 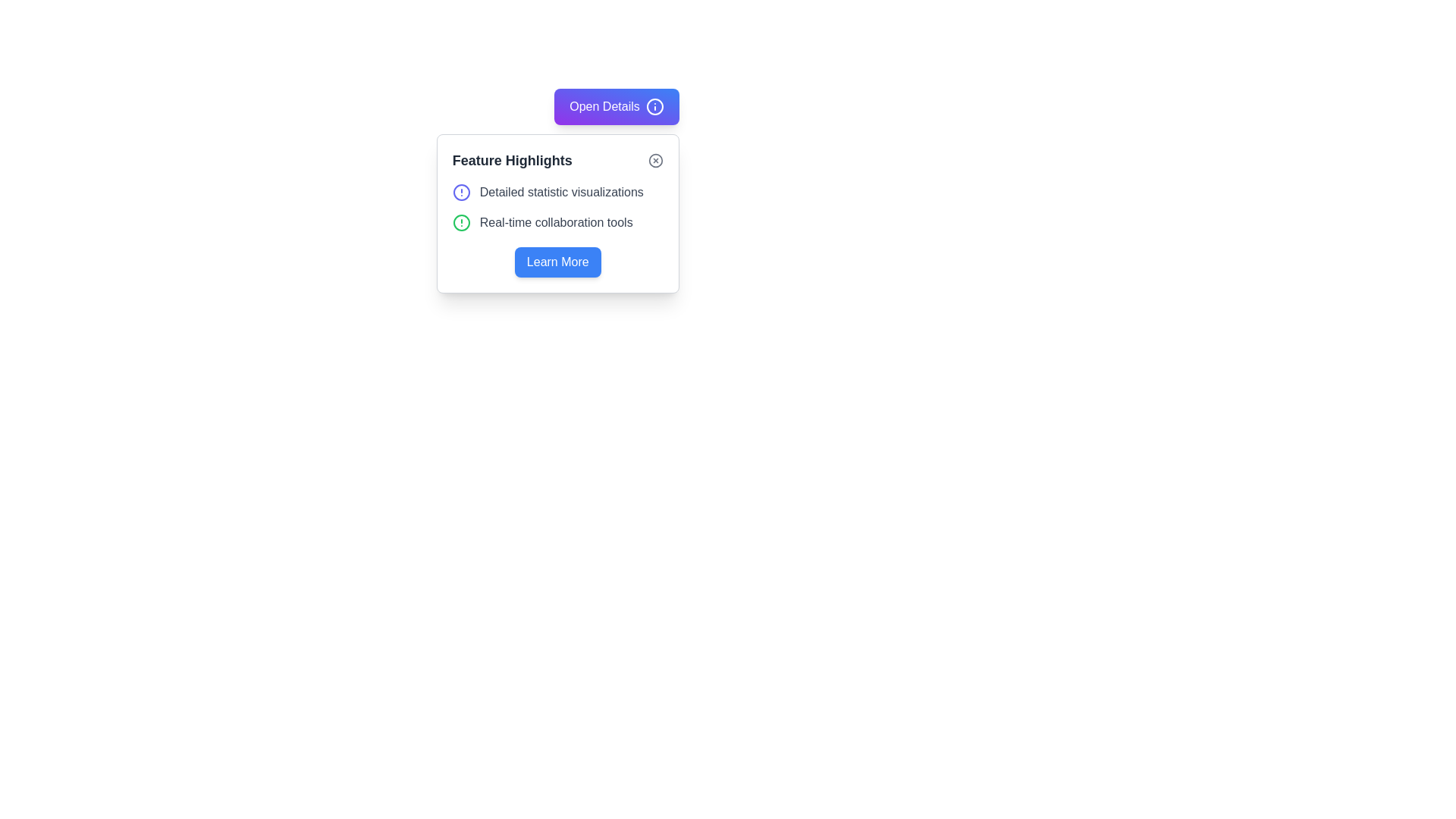 What do you see at coordinates (555, 222) in the screenshot?
I see `the text label displaying 'Real-time collaboration tools'` at bounding box center [555, 222].